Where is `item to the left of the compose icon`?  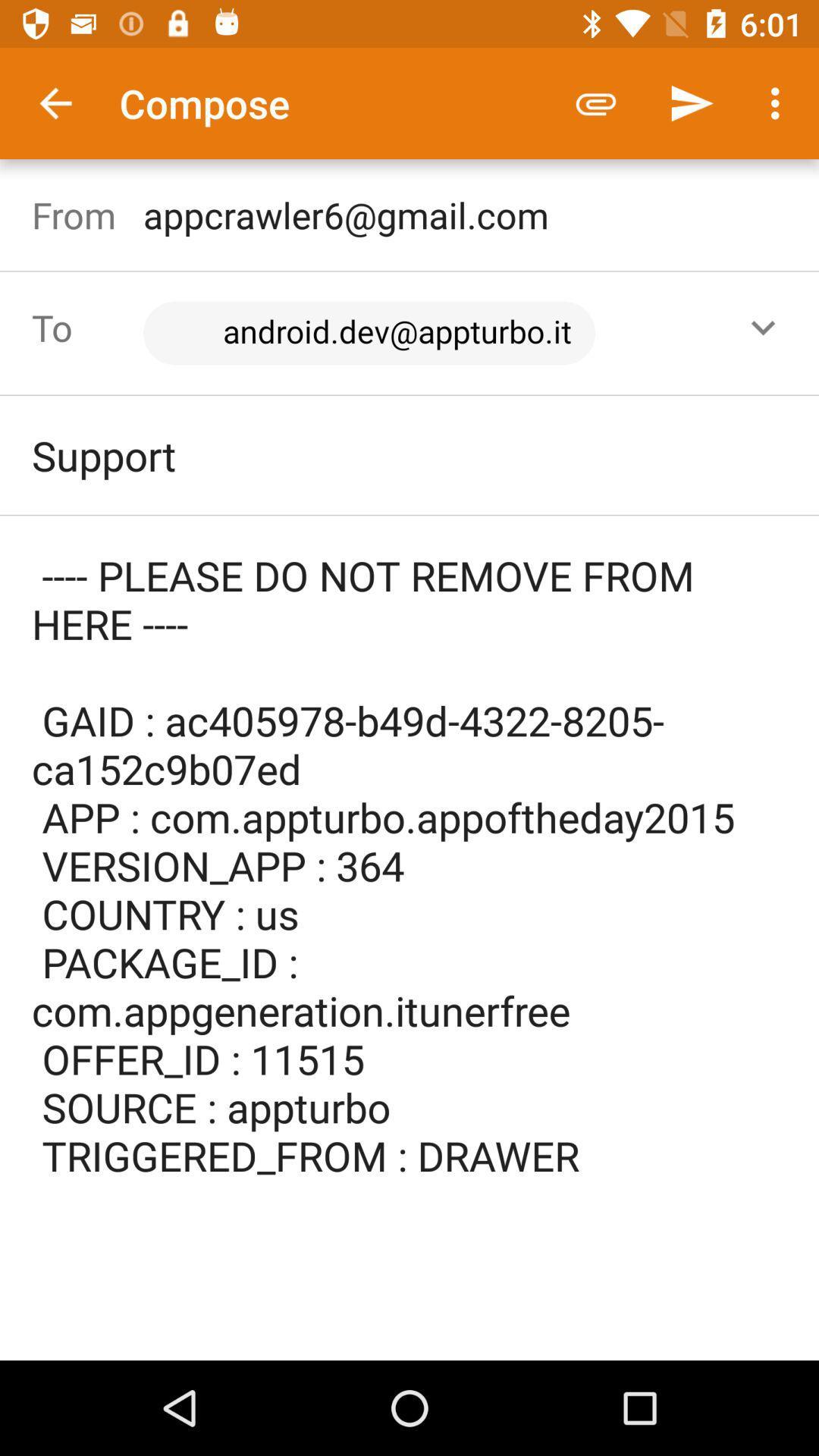
item to the left of the compose icon is located at coordinates (55, 102).